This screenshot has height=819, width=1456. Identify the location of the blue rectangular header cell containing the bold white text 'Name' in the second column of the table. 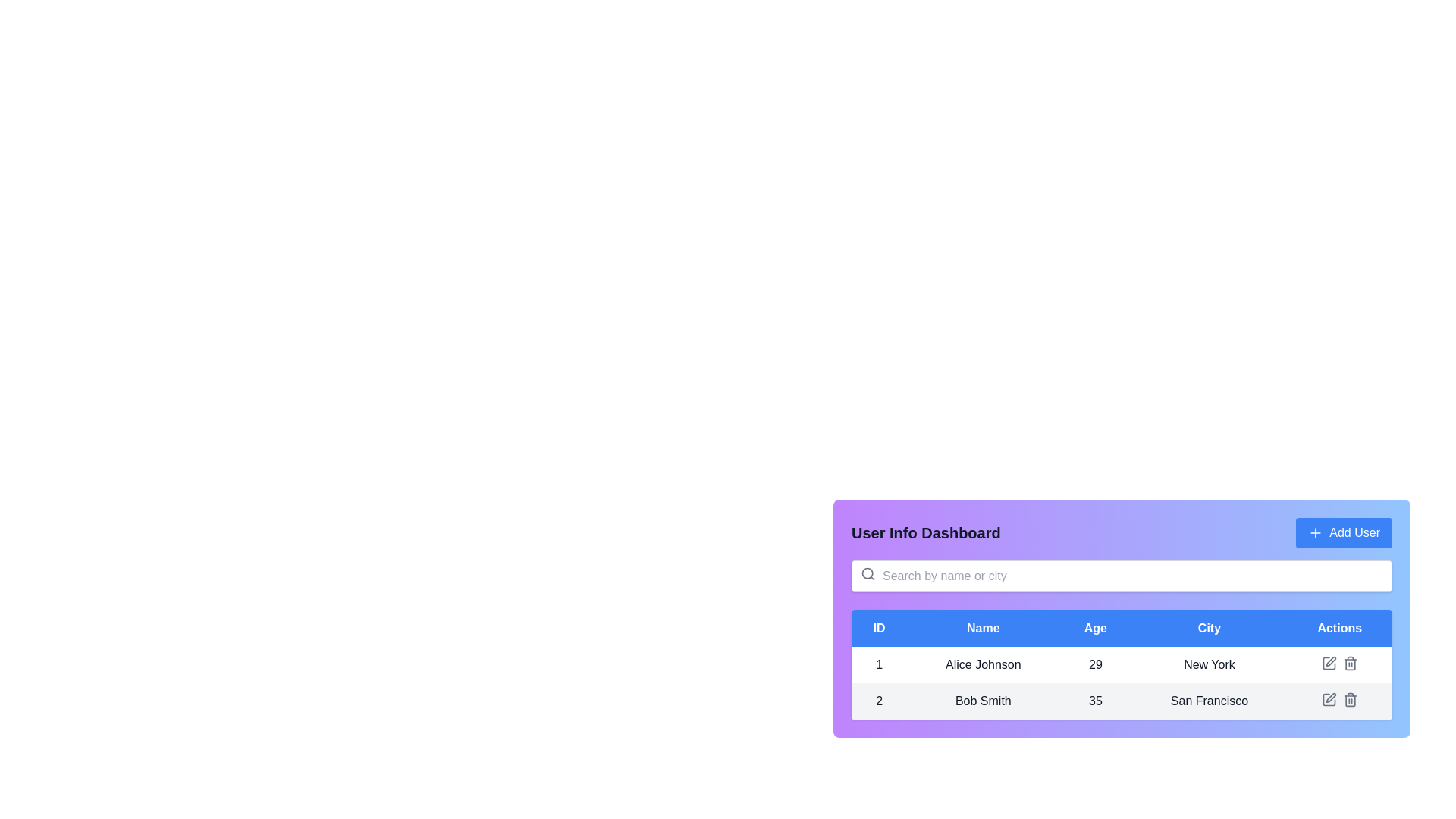
(983, 629).